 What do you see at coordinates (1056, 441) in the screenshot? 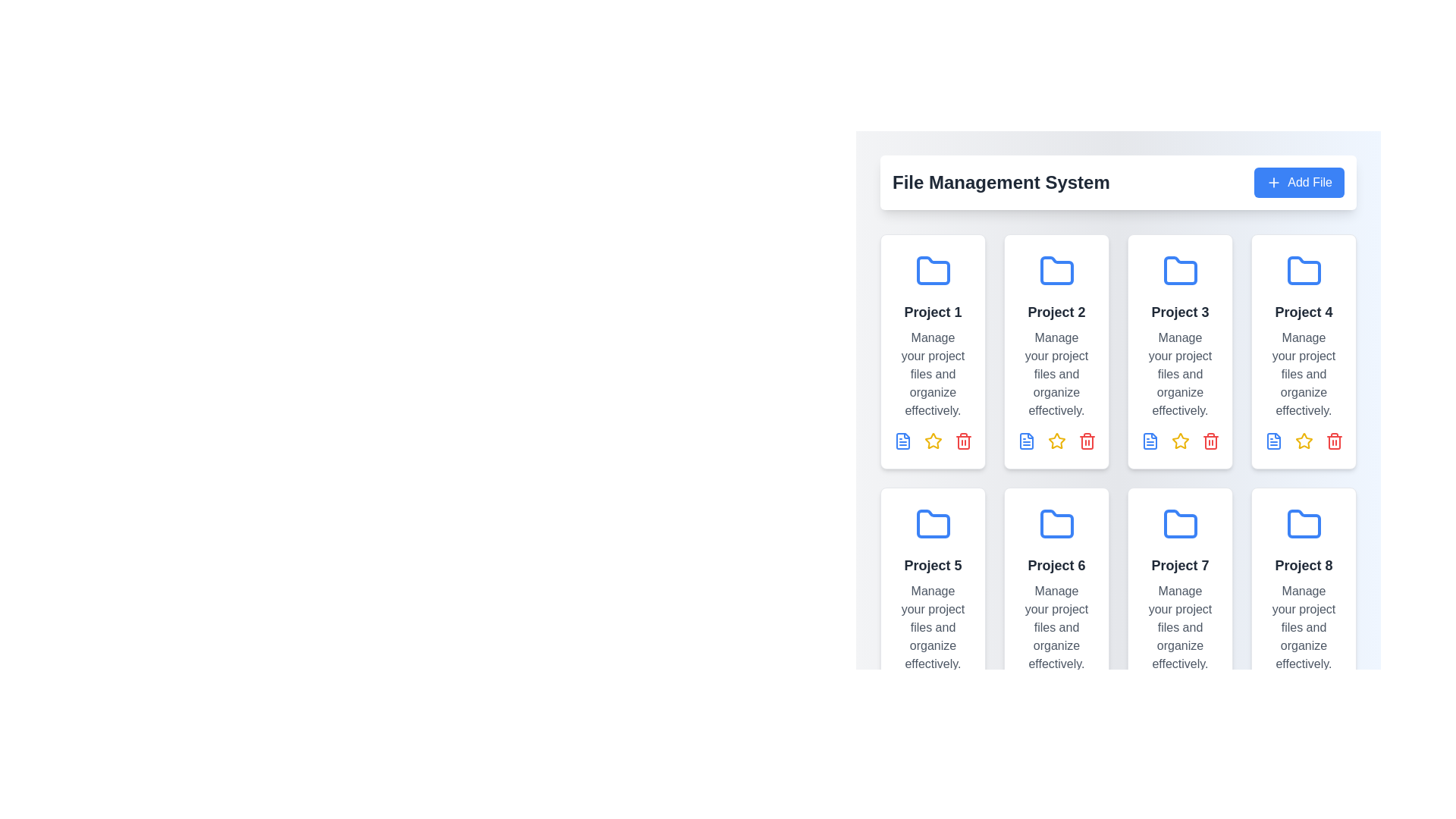
I see `the Icon button located in the action section of the Project 2 card to mark the project as favorite` at bounding box center [1056, 441].